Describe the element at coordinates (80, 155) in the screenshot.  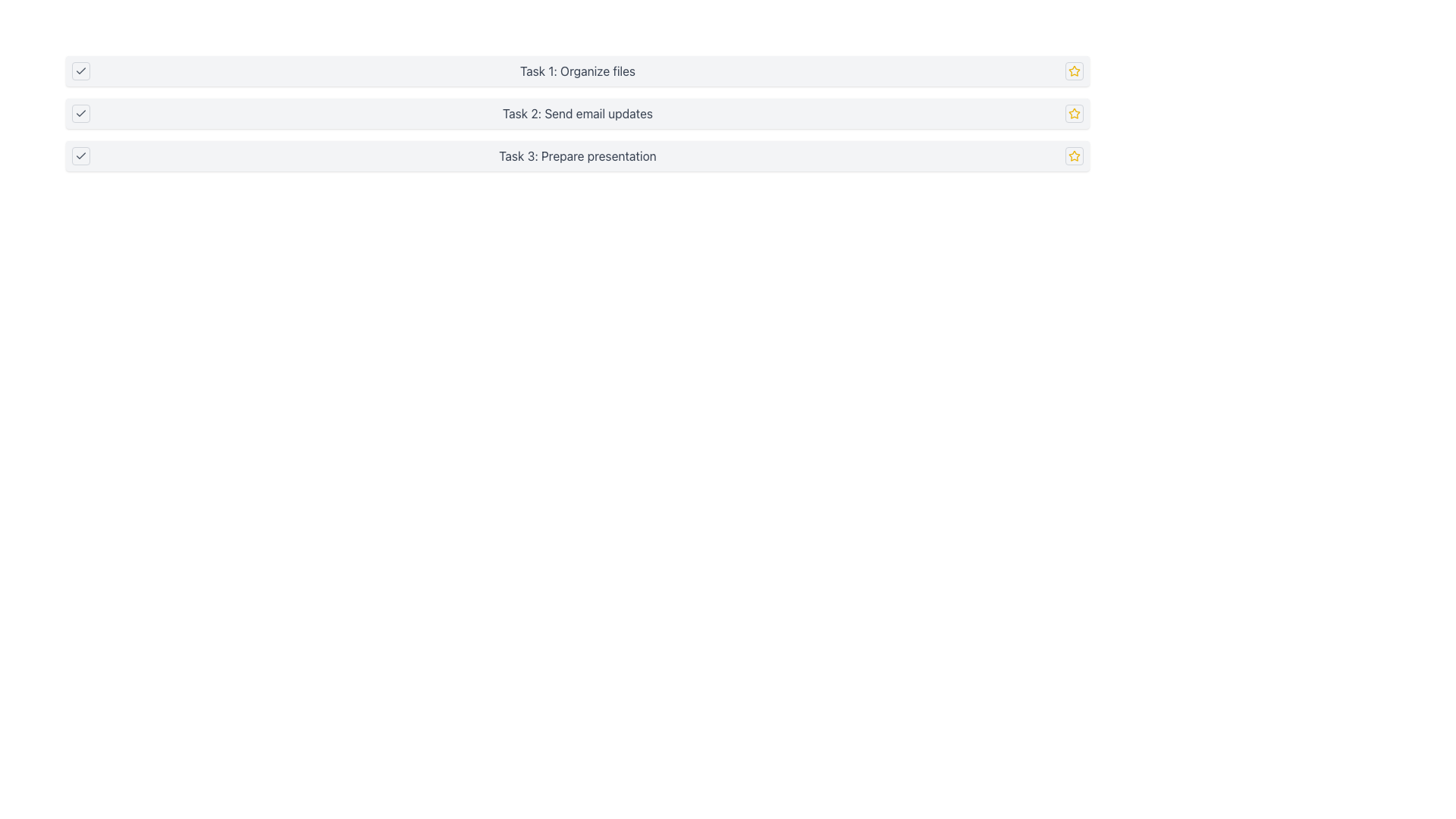
I see `the checkmark SVG icon associated with 'Task 3: Prepare presentation'` at that location.